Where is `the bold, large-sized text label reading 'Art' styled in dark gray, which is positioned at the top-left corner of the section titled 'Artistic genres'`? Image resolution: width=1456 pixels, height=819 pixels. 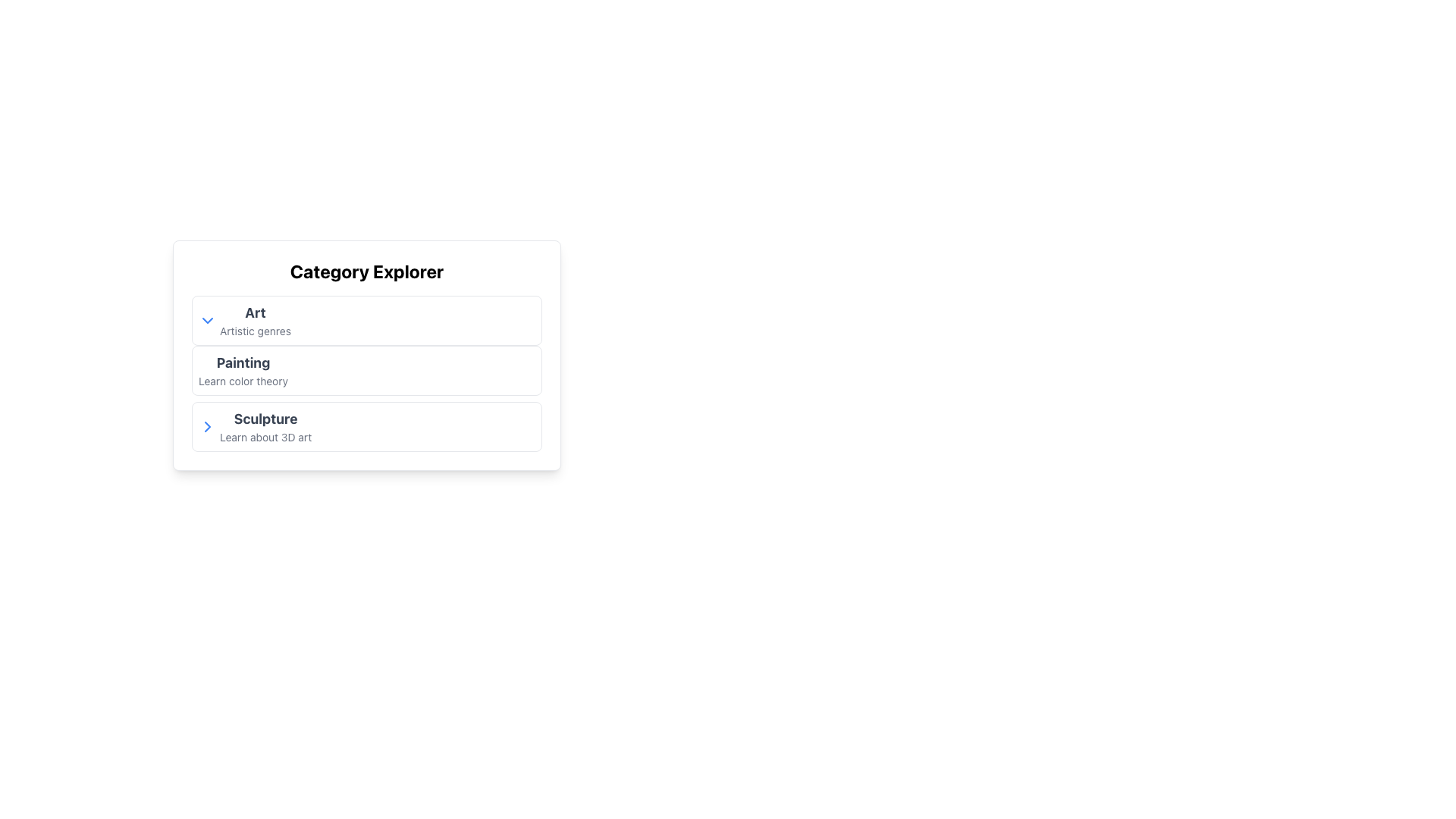 the bold, large-sized text label reading 'Art' styled in dark gray, which is positioned at the top-left corner of the section titled 'Artistic genres' is located at coordinates (255, 312).